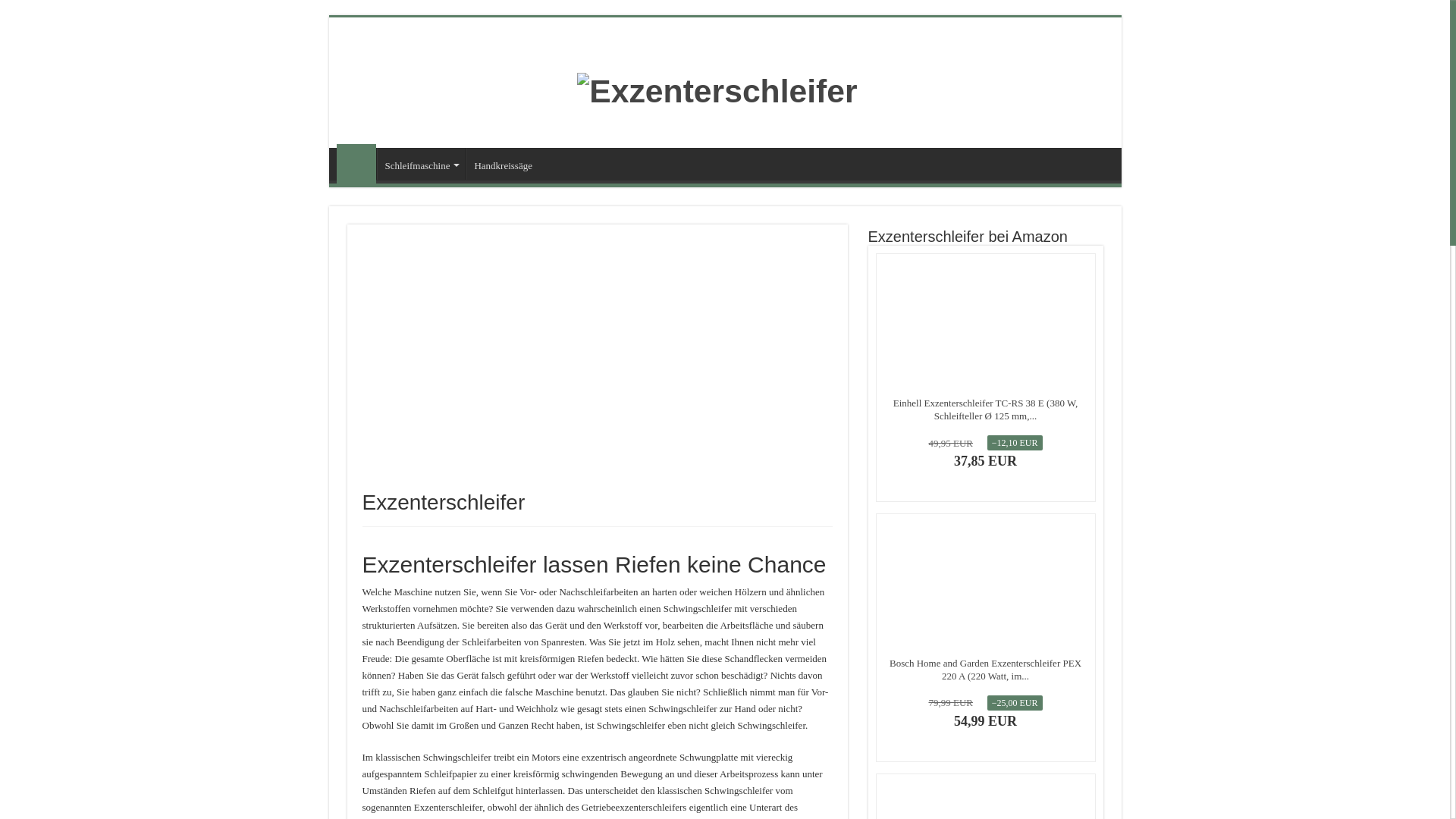  I want to click on 'Amazon Prime', so click(985, 736).